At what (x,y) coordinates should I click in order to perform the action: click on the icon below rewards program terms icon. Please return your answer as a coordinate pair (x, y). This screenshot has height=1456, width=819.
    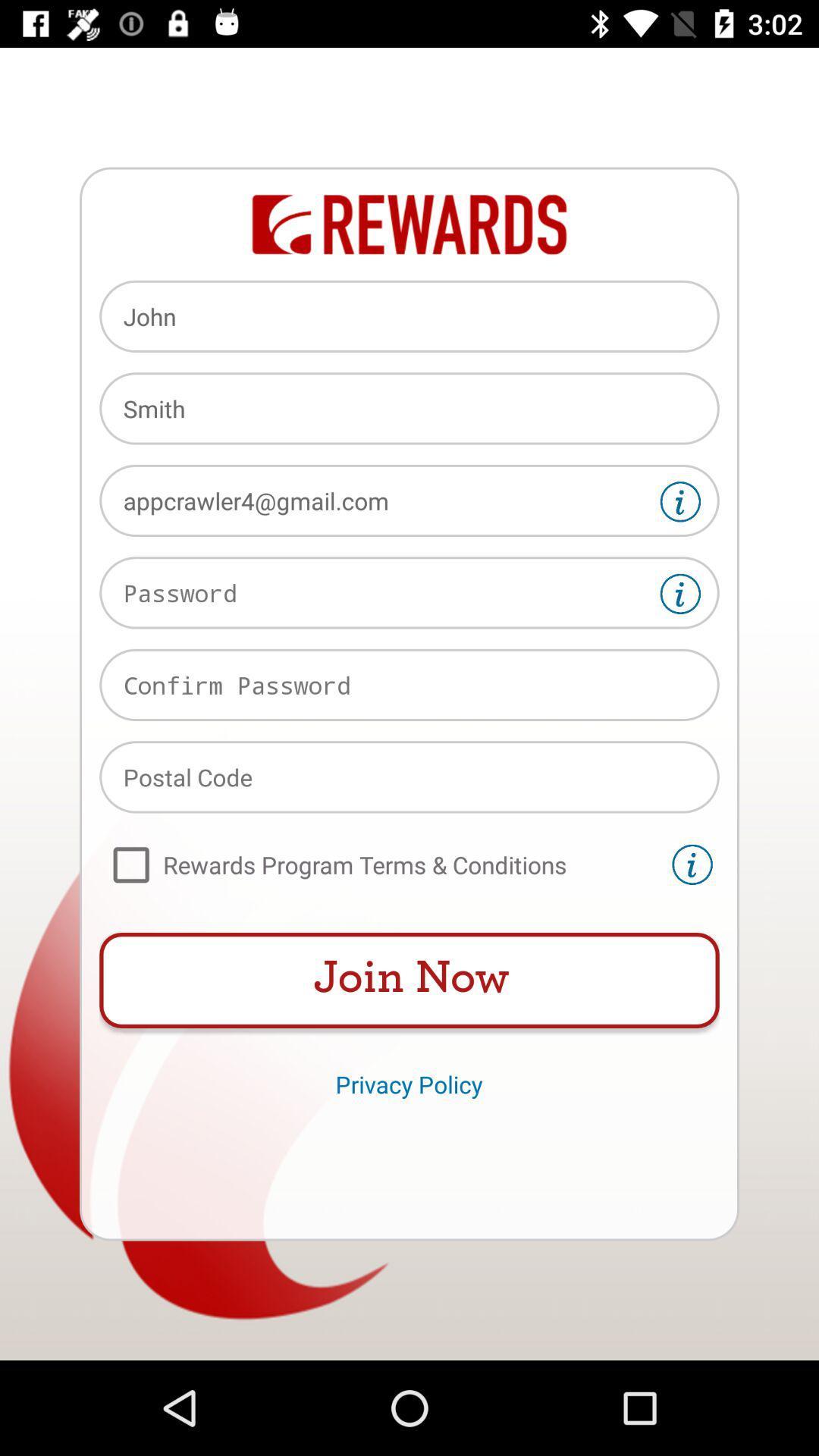
    Looking at the image, I should click on (409, 980).